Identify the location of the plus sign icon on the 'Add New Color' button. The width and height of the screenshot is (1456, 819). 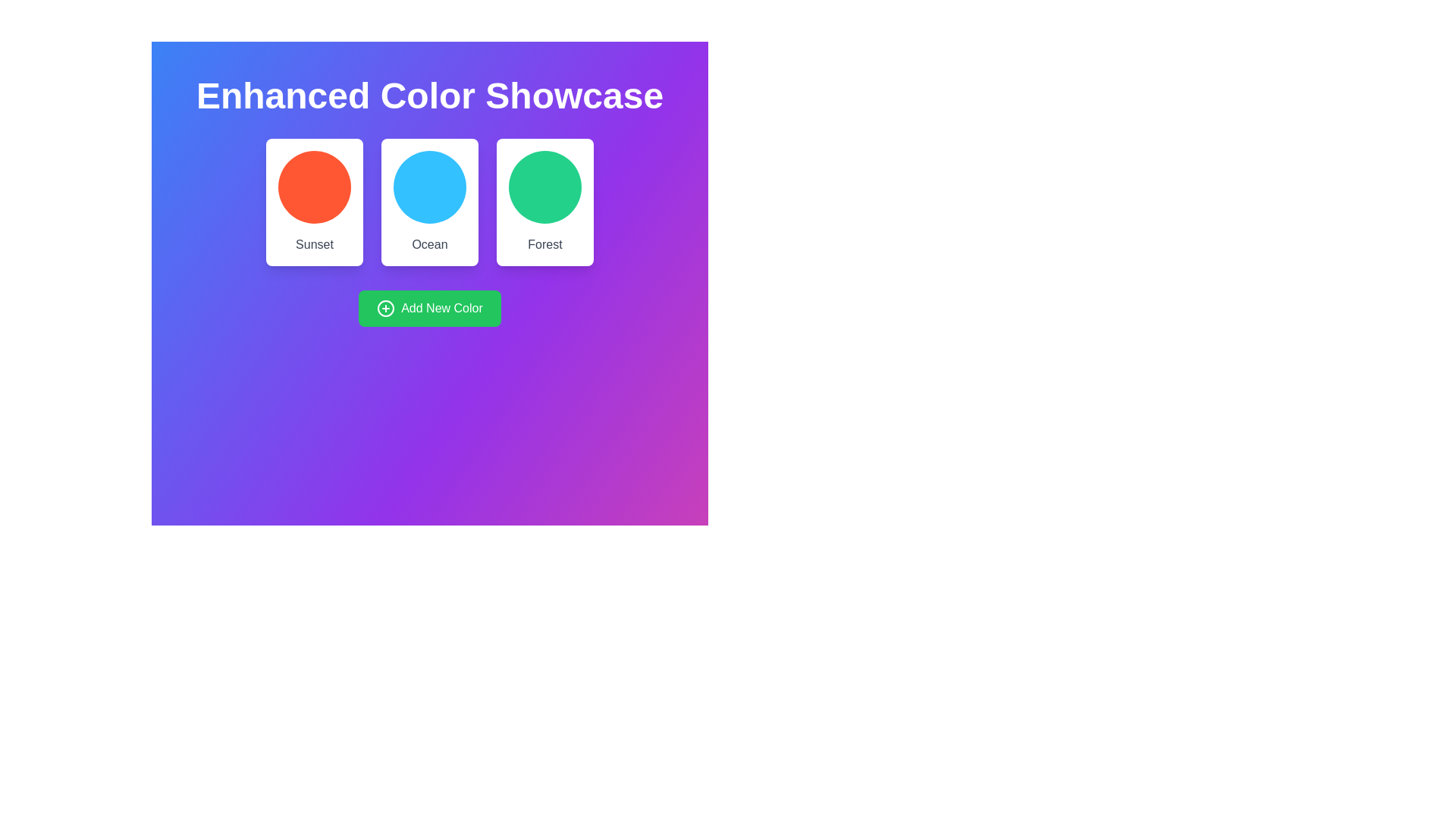
(386, 308).